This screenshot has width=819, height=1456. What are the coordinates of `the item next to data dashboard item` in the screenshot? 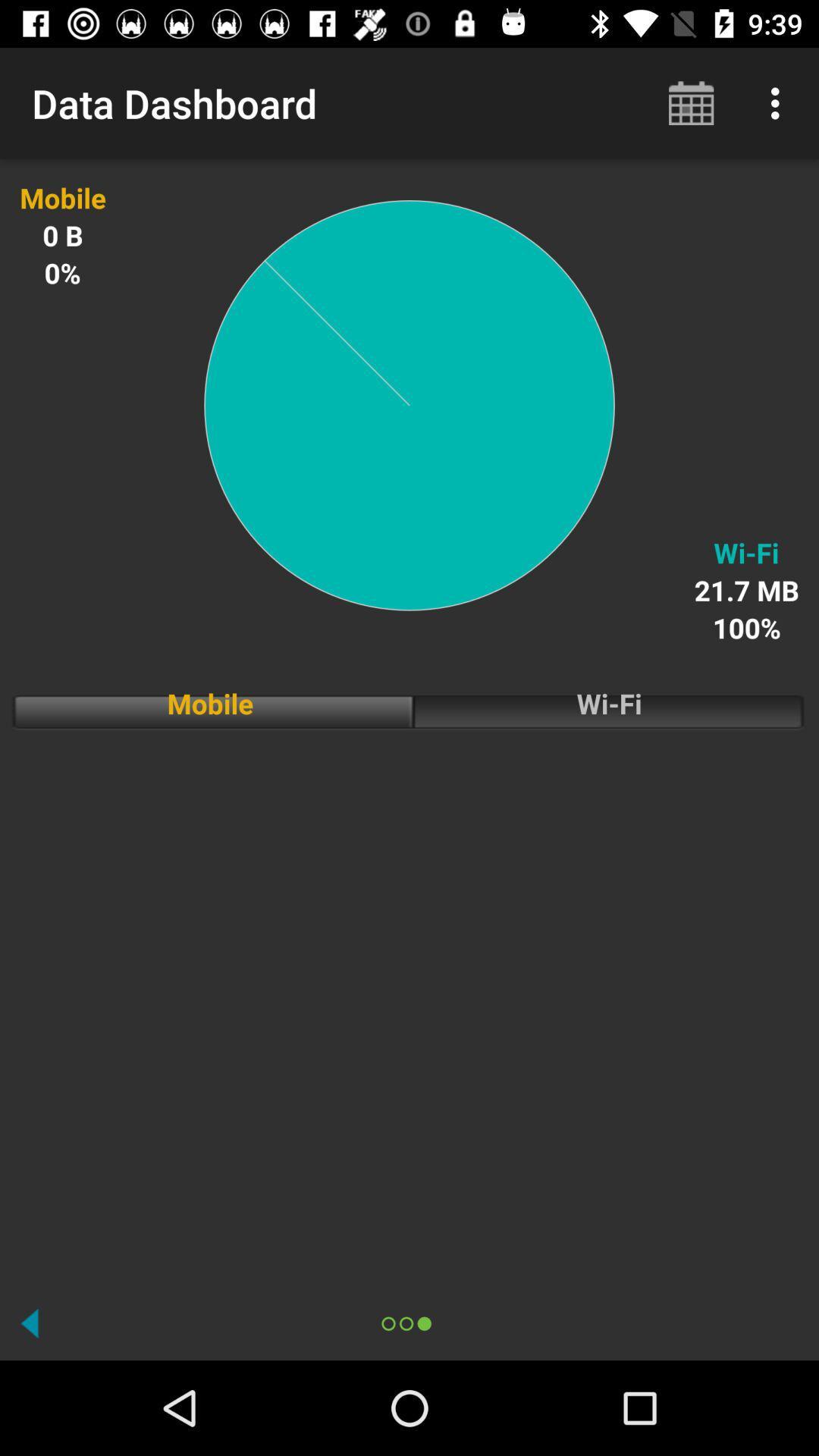 It's located at (691, 102).